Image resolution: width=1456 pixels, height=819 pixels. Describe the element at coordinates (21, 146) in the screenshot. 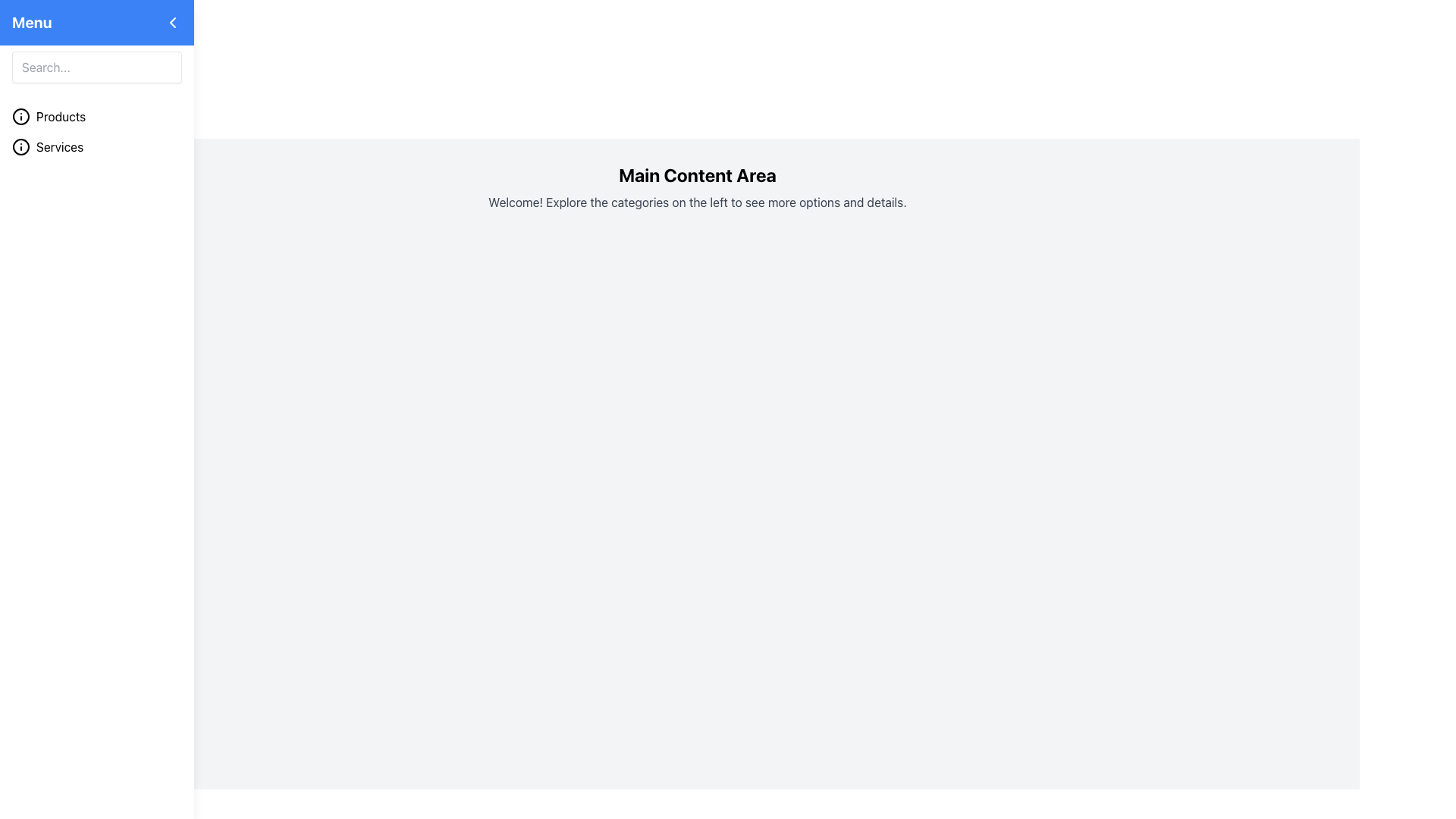

I see `the 'Services' icon located` at that location.